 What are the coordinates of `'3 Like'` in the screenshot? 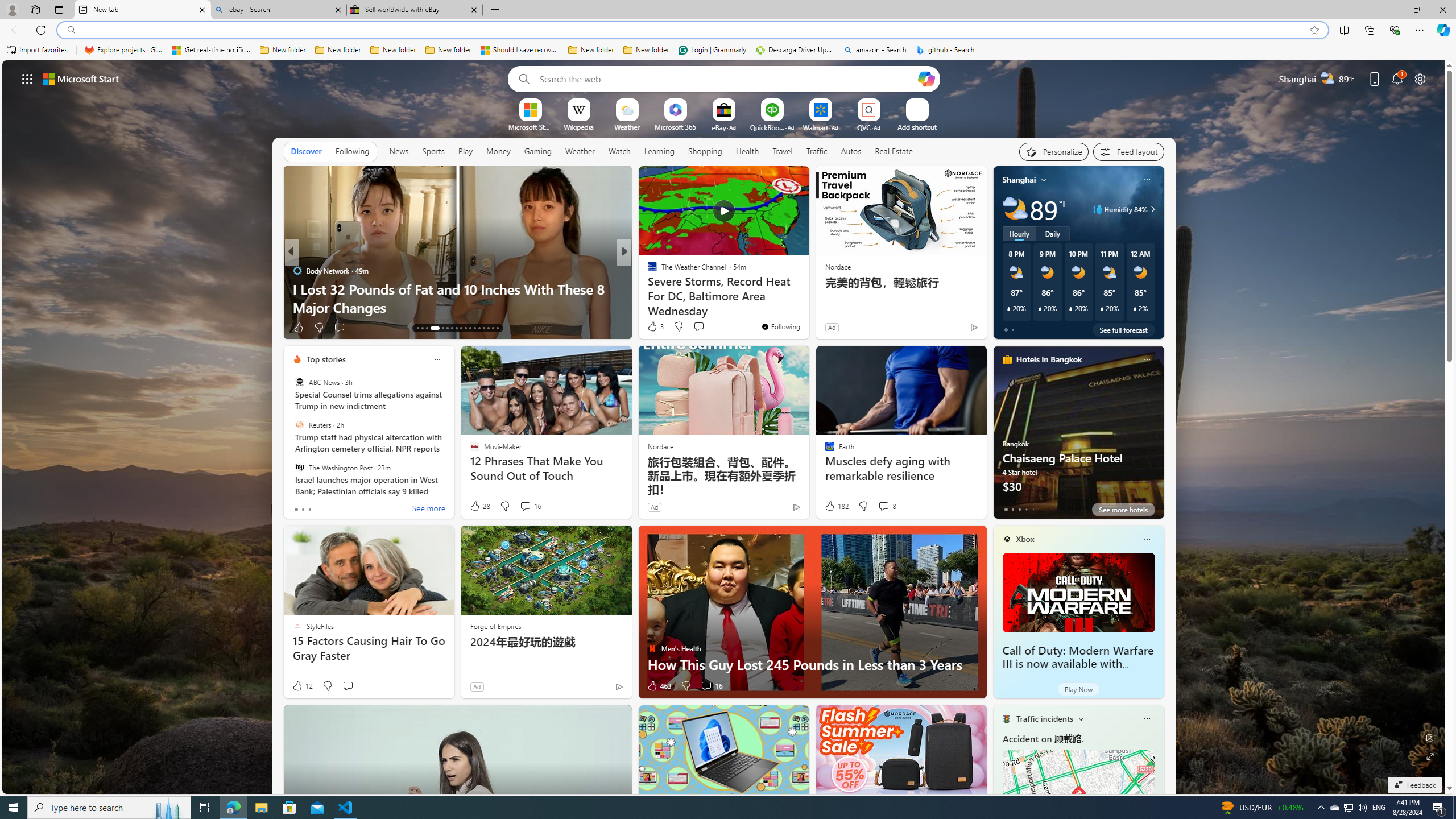 It's located at (655, 325).